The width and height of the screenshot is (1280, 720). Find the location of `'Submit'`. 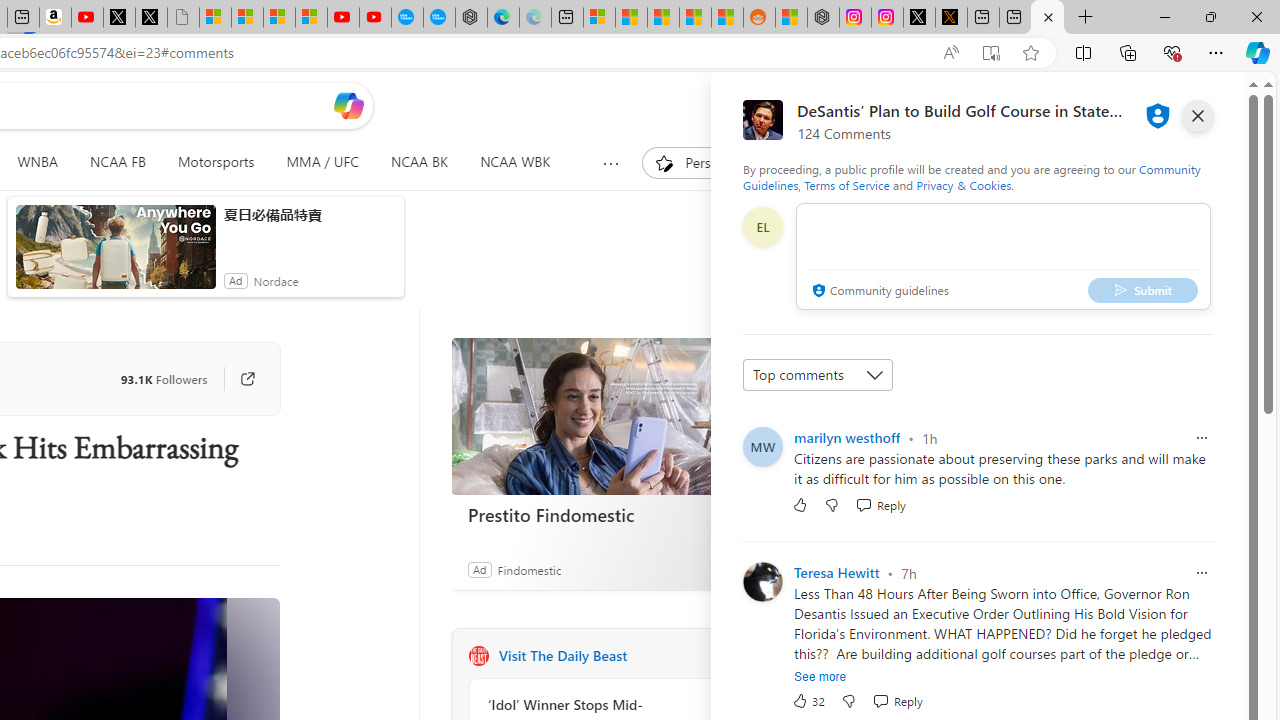

'Submit' is located at coordinates (1143, 290).